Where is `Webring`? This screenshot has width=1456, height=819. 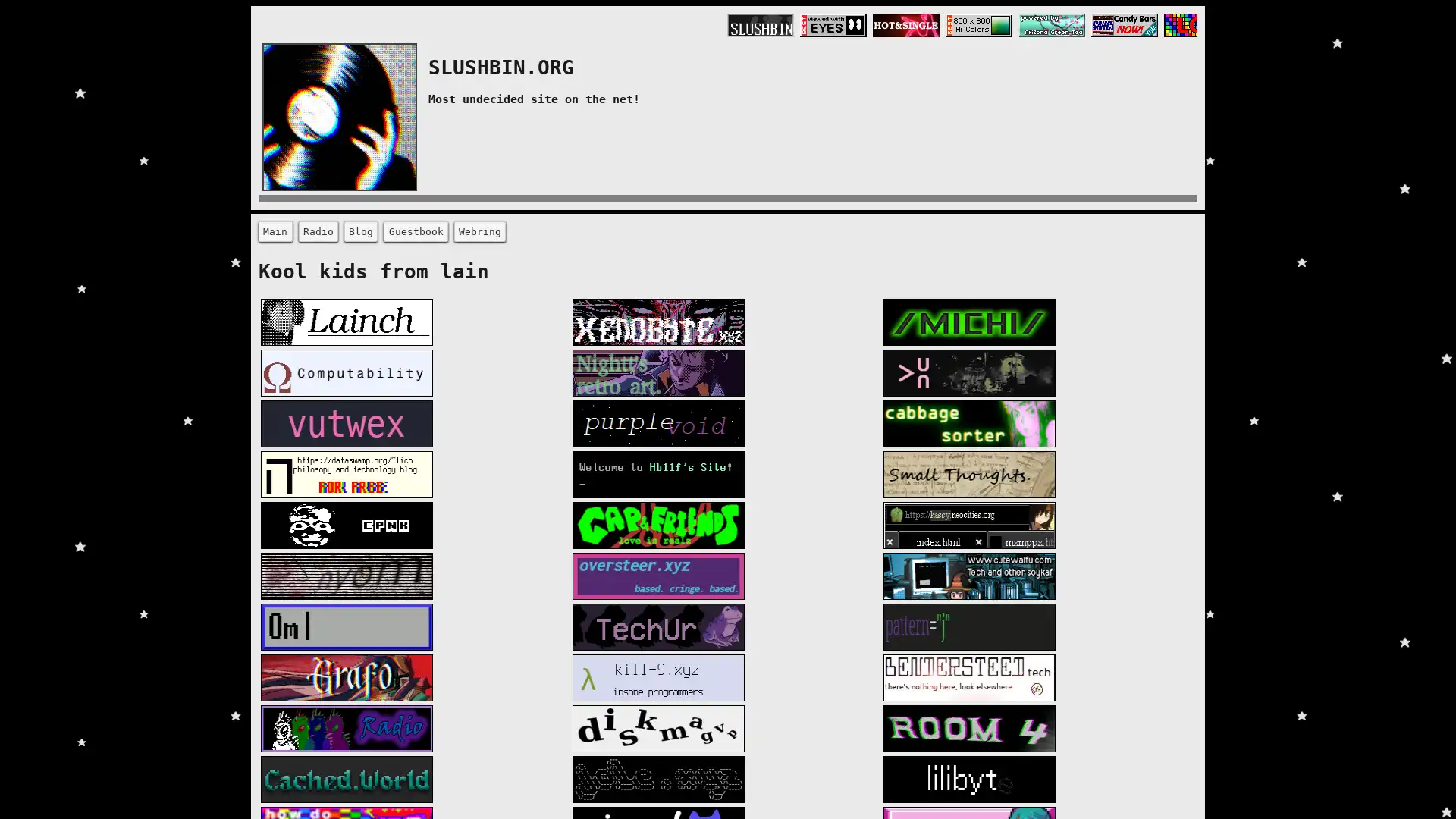
Webring is located at coordinates (479, 231).